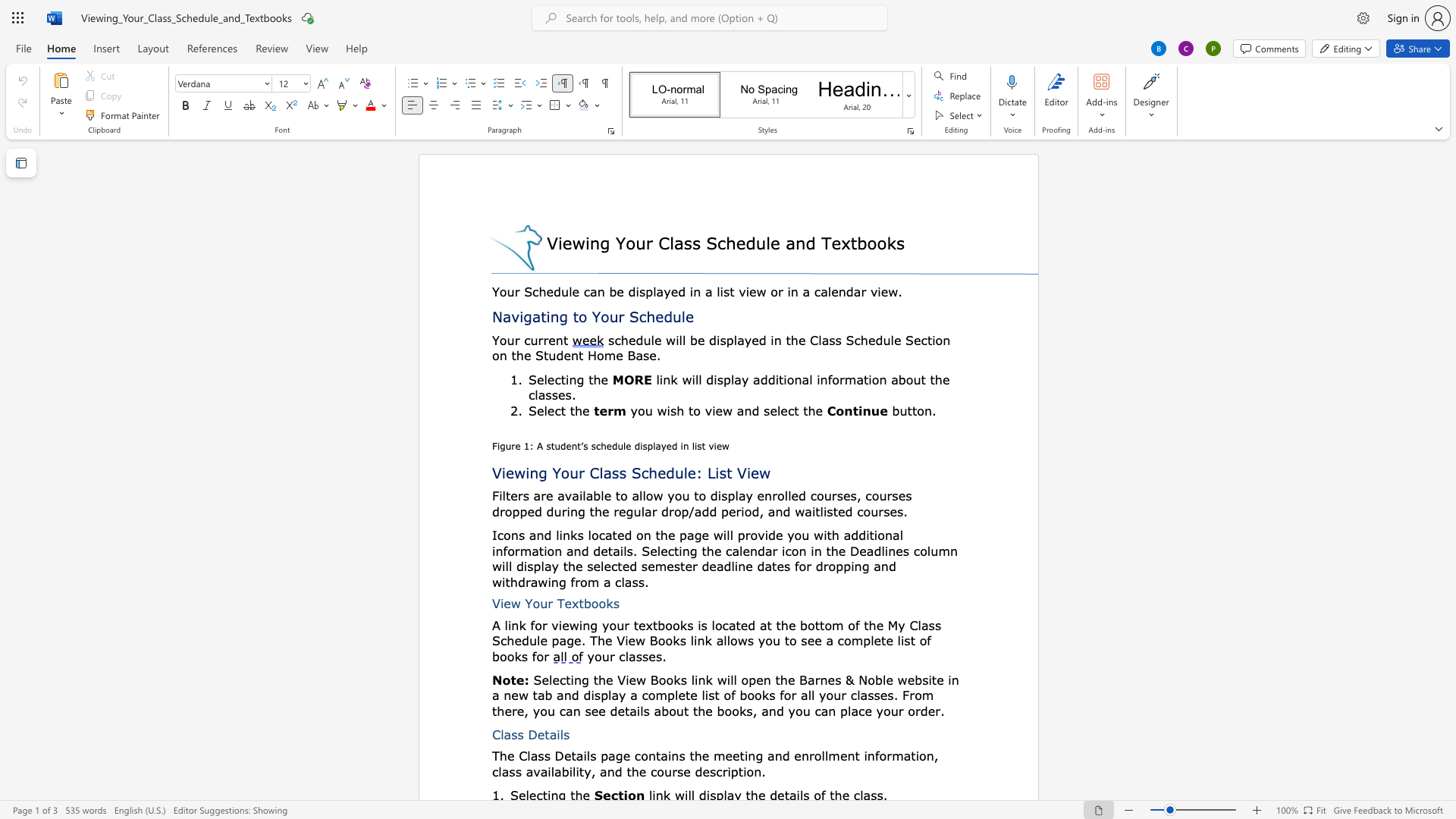 The image size is (1456, 819). What do you see at coordinates (699, 378) in the screenshot?
I see `the 3th character "l" in the text` at bounding box center [699, 378].